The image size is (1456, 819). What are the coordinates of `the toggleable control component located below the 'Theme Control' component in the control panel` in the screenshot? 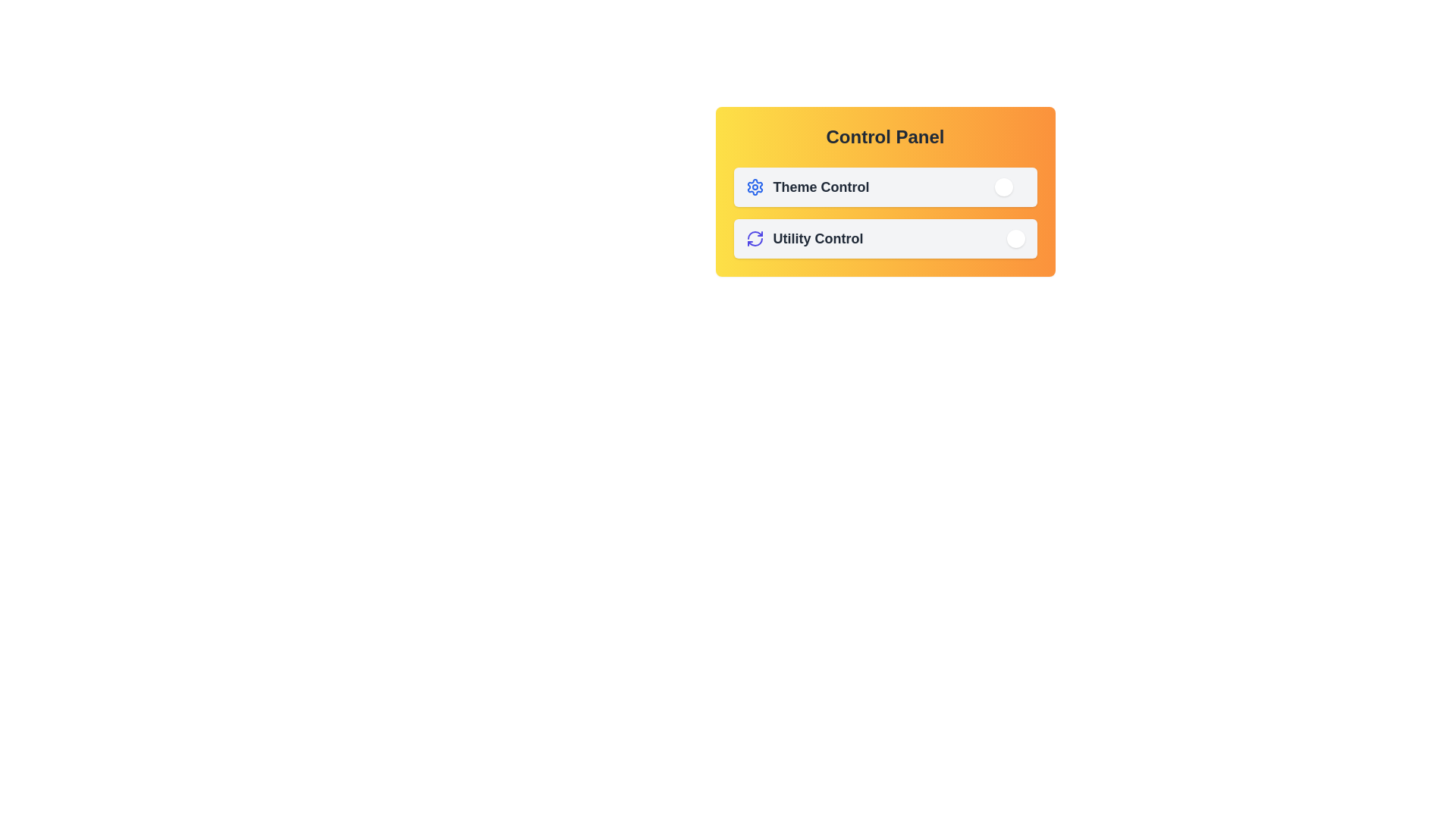 It's located at (885, 239).